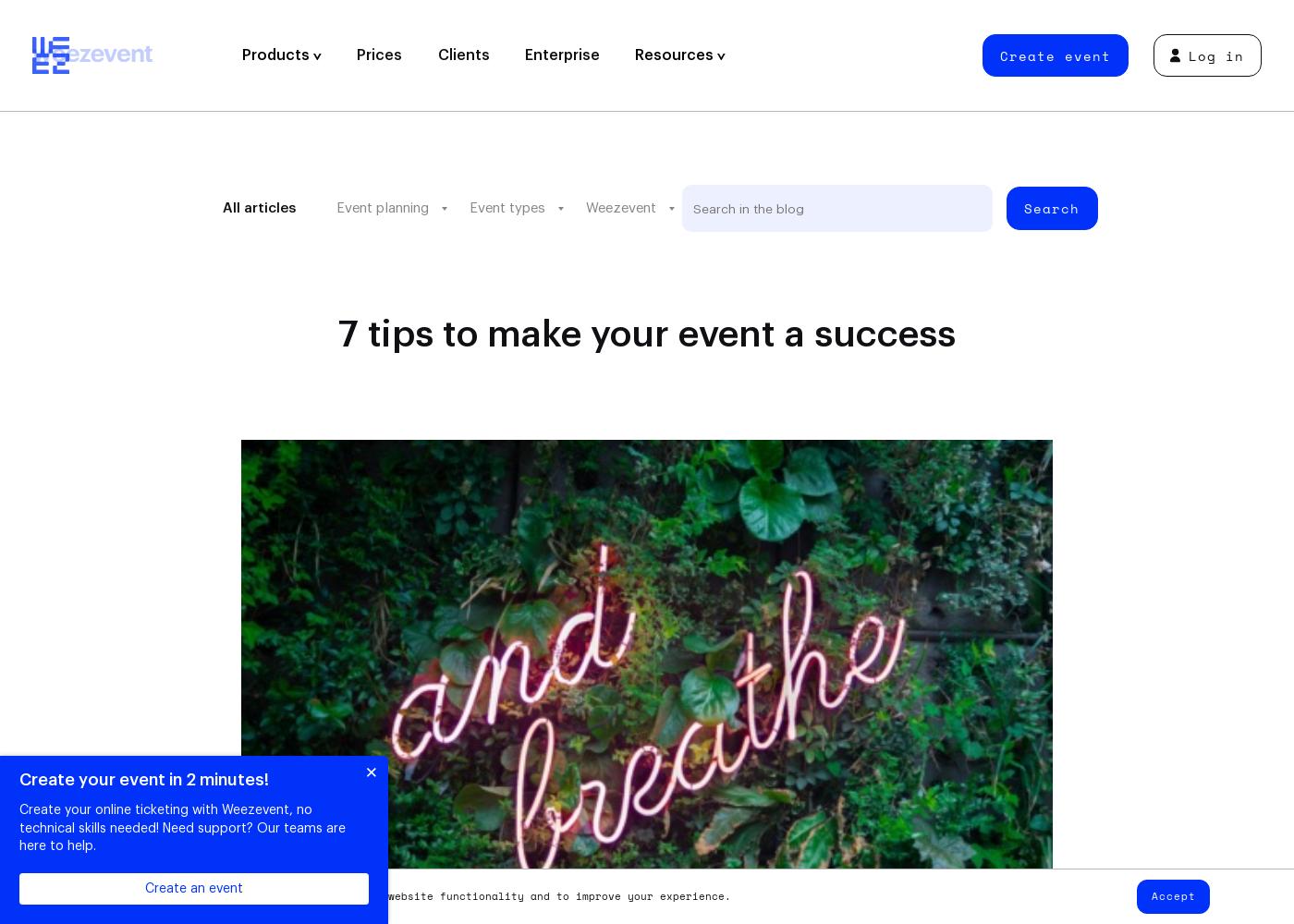 The image size is (1294, 924). Describe the element at coordinates (676, 55) in the screenshot. I see `'Resources'` at that location.